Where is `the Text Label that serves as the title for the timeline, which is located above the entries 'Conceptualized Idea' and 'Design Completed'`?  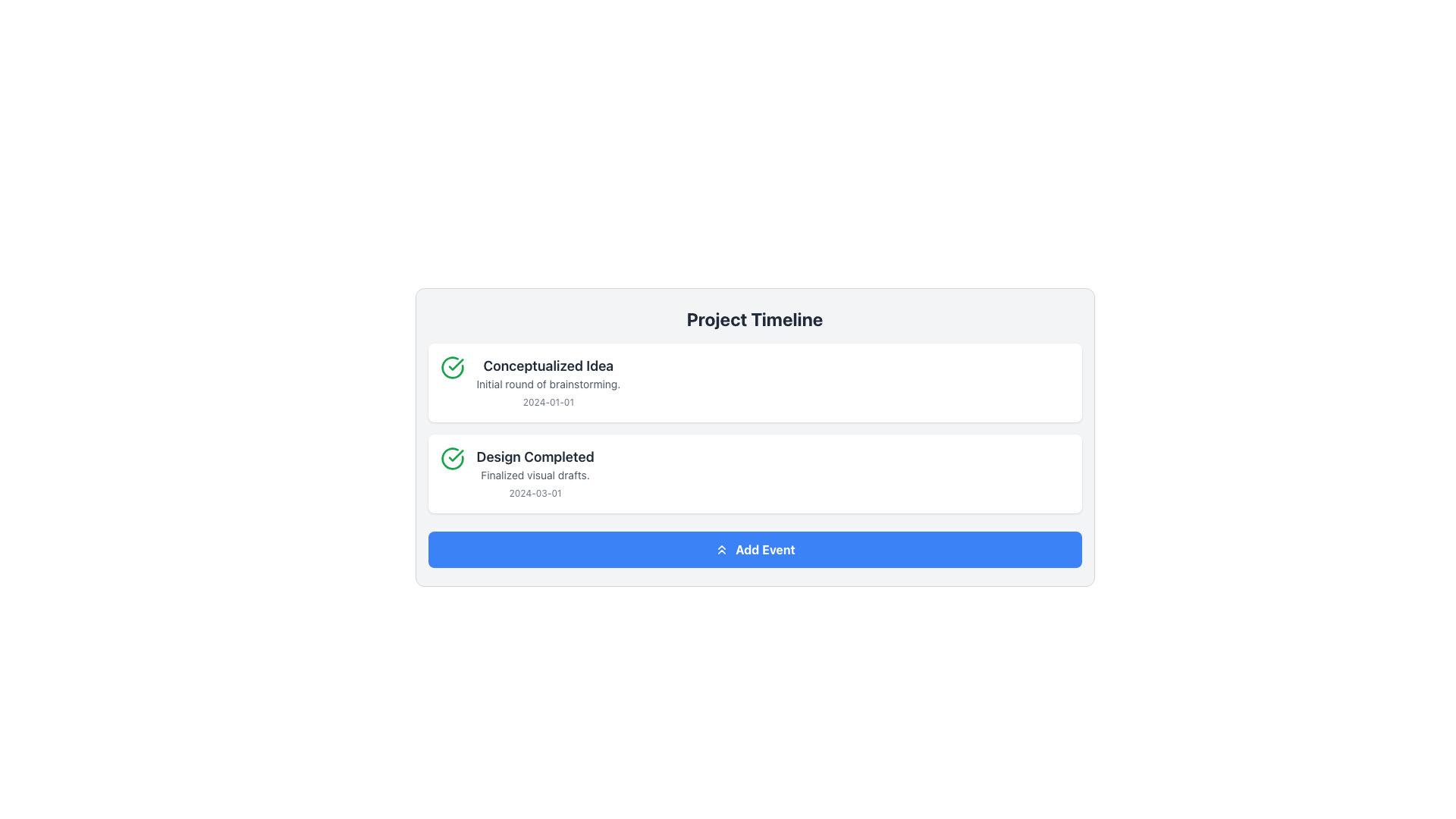
the Text Label that serves as the title for the timeline, which is located above the entries 'Conceptualized Idea' and 'Design Completed' is located at coordinates (755, 318).